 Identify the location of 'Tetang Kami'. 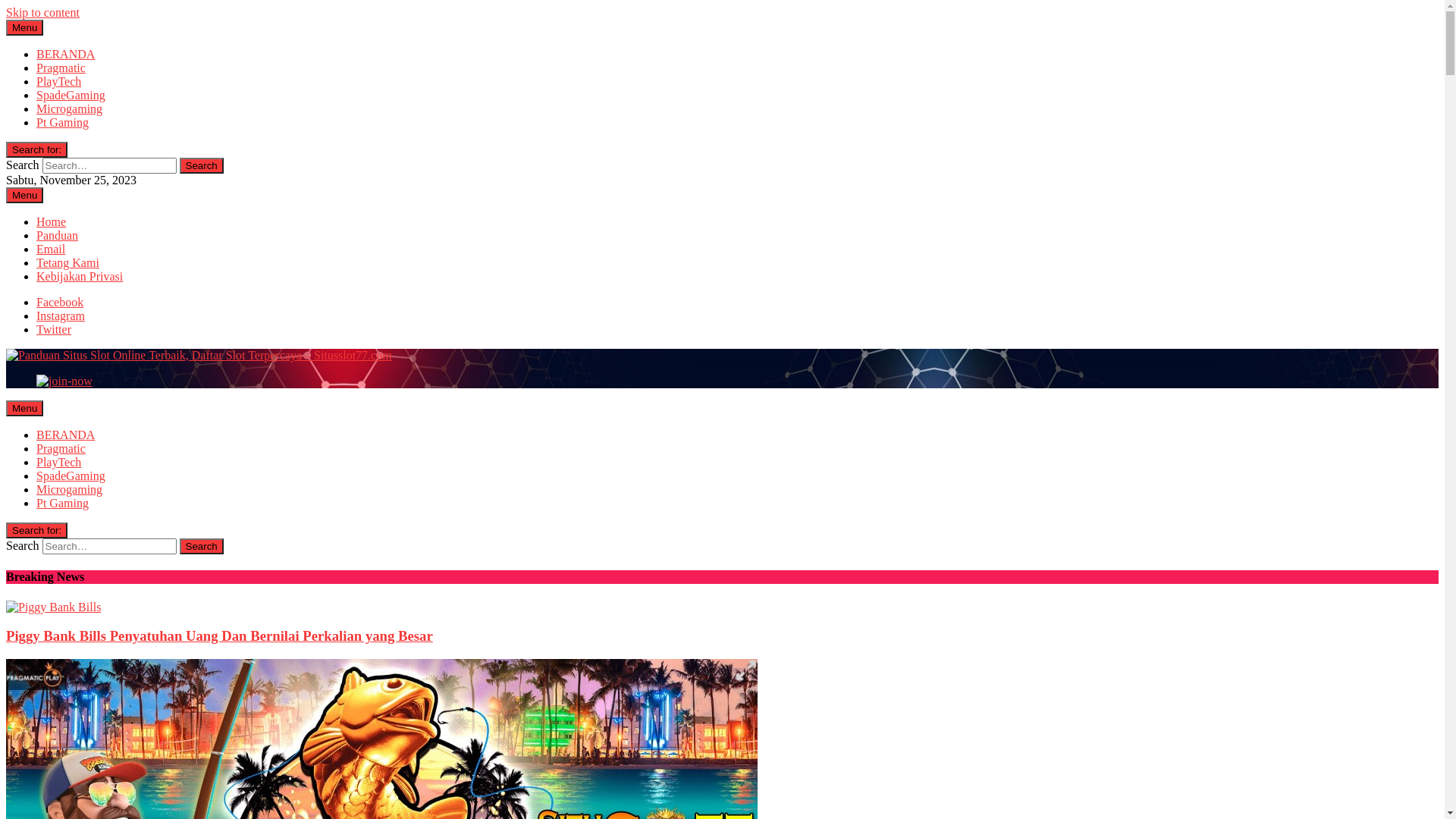
(67, 262).